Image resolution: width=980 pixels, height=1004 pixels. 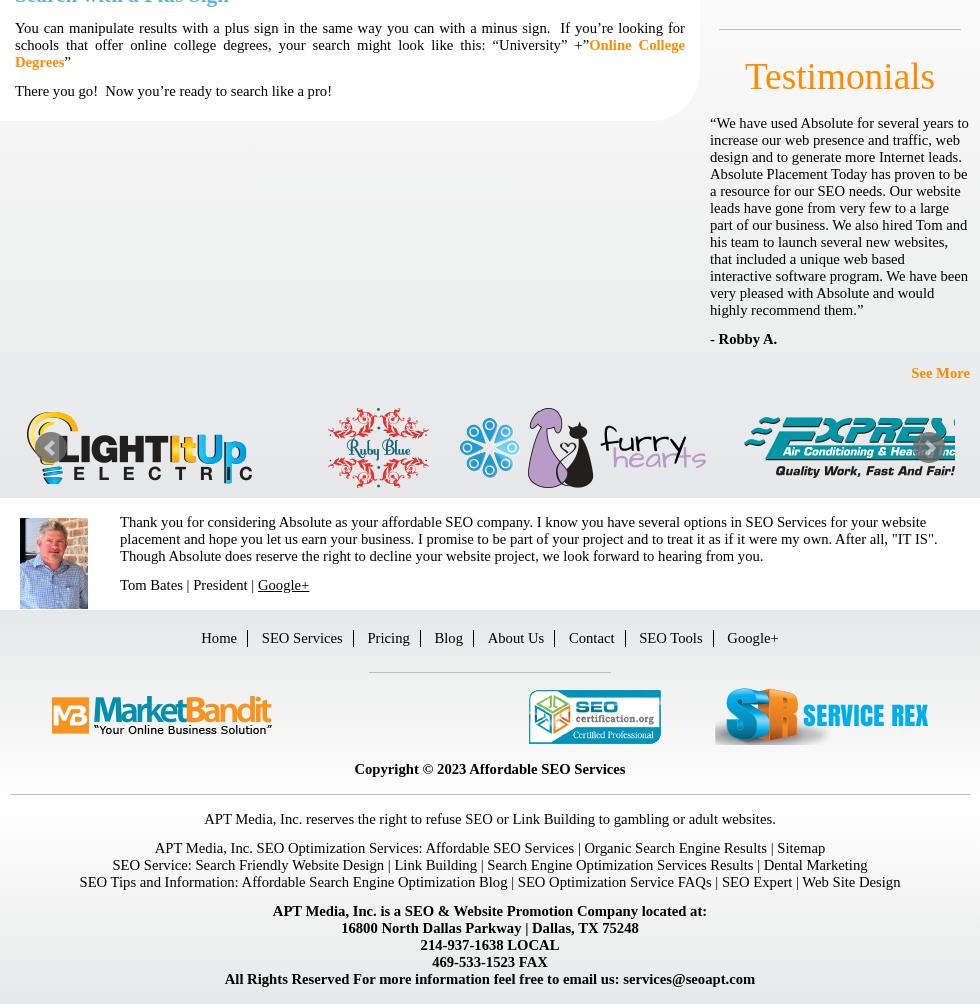 What do you see at coordinates (743, 338) in the screenshot?
I see `'- Robby A.'` at bounding box center [743, 338].